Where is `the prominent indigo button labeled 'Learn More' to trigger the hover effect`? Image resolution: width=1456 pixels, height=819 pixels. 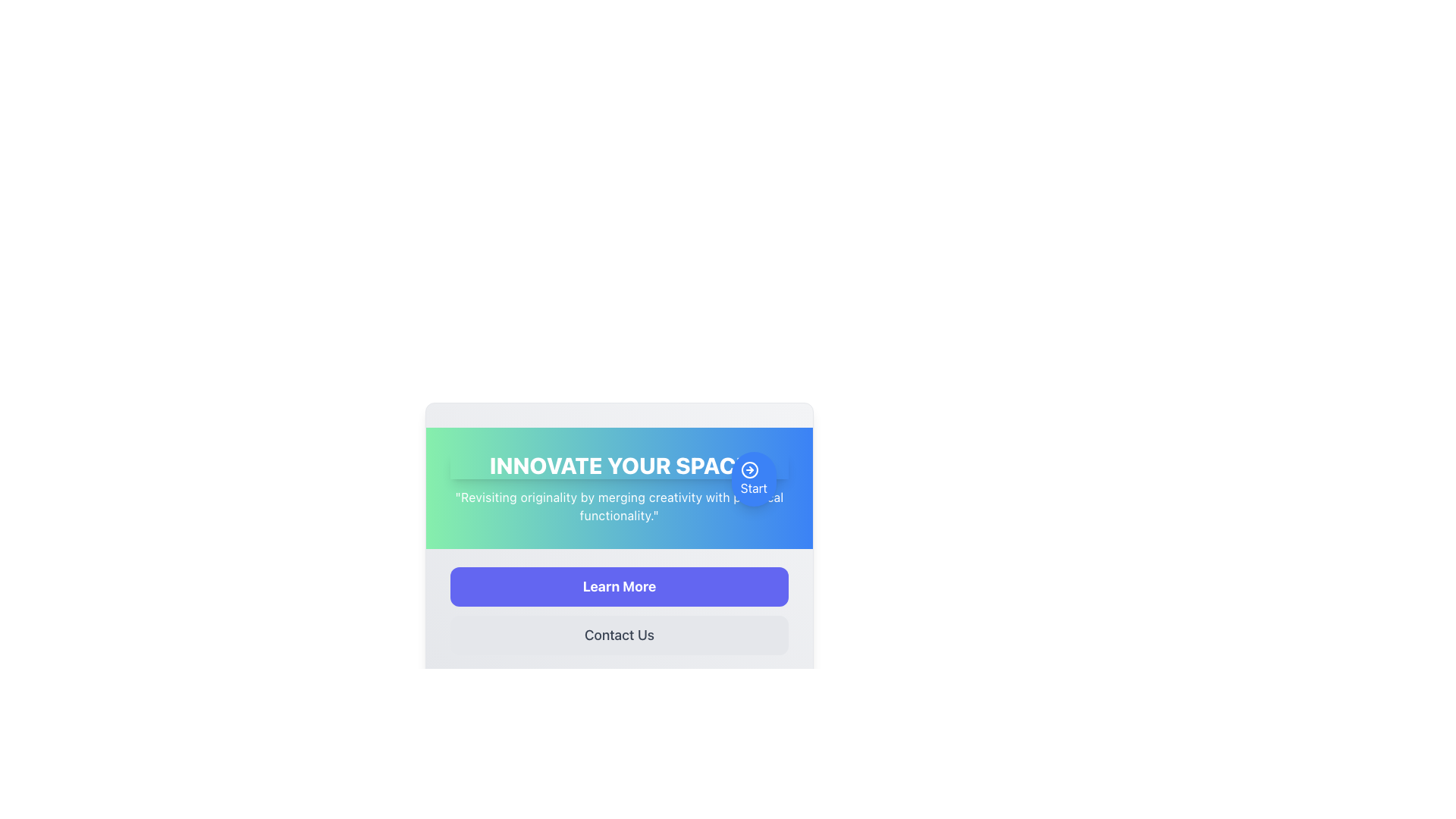 the prominent indigo button labeled 'Learn More' to trigger the hover effect is located at coordinates (619, 586).